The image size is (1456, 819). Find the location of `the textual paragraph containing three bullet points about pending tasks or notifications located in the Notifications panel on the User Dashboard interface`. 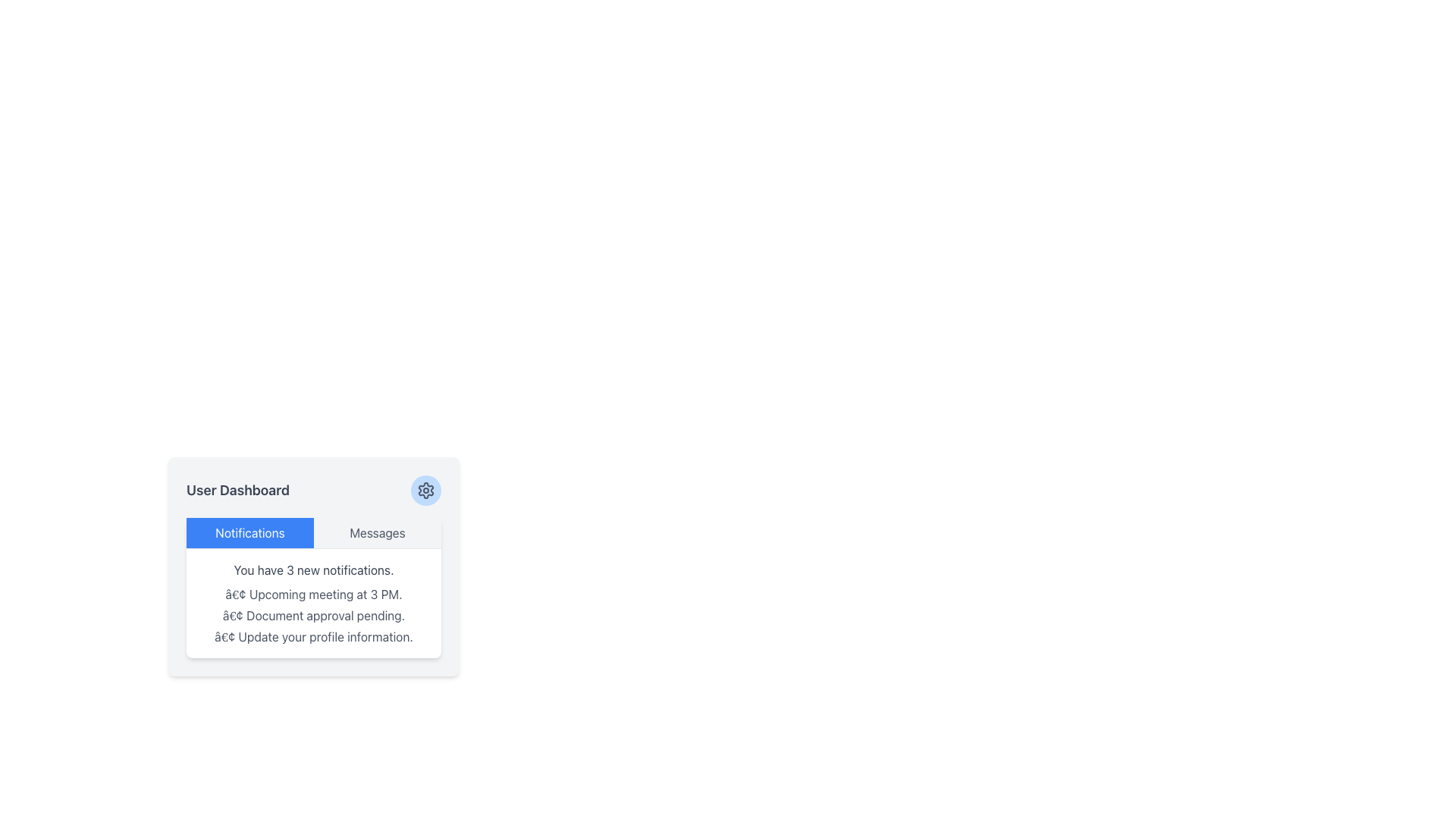

the textual paragraph containing three bullet points about pending tasks or notifications located in the Notifications panel on the User Dashboard interface is located at coordinates (312, 616).